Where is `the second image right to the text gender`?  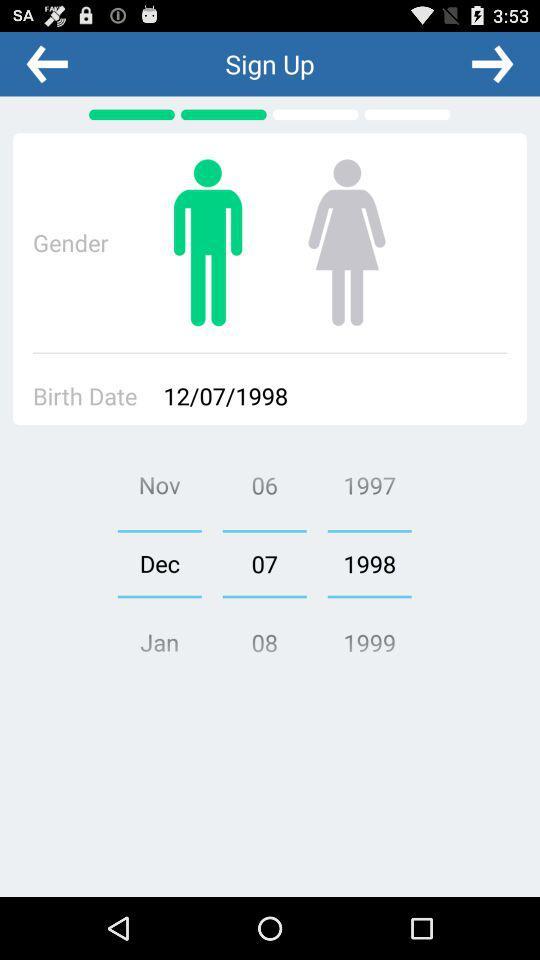
the second image right to the text gender is located at coordinates (346, 241).